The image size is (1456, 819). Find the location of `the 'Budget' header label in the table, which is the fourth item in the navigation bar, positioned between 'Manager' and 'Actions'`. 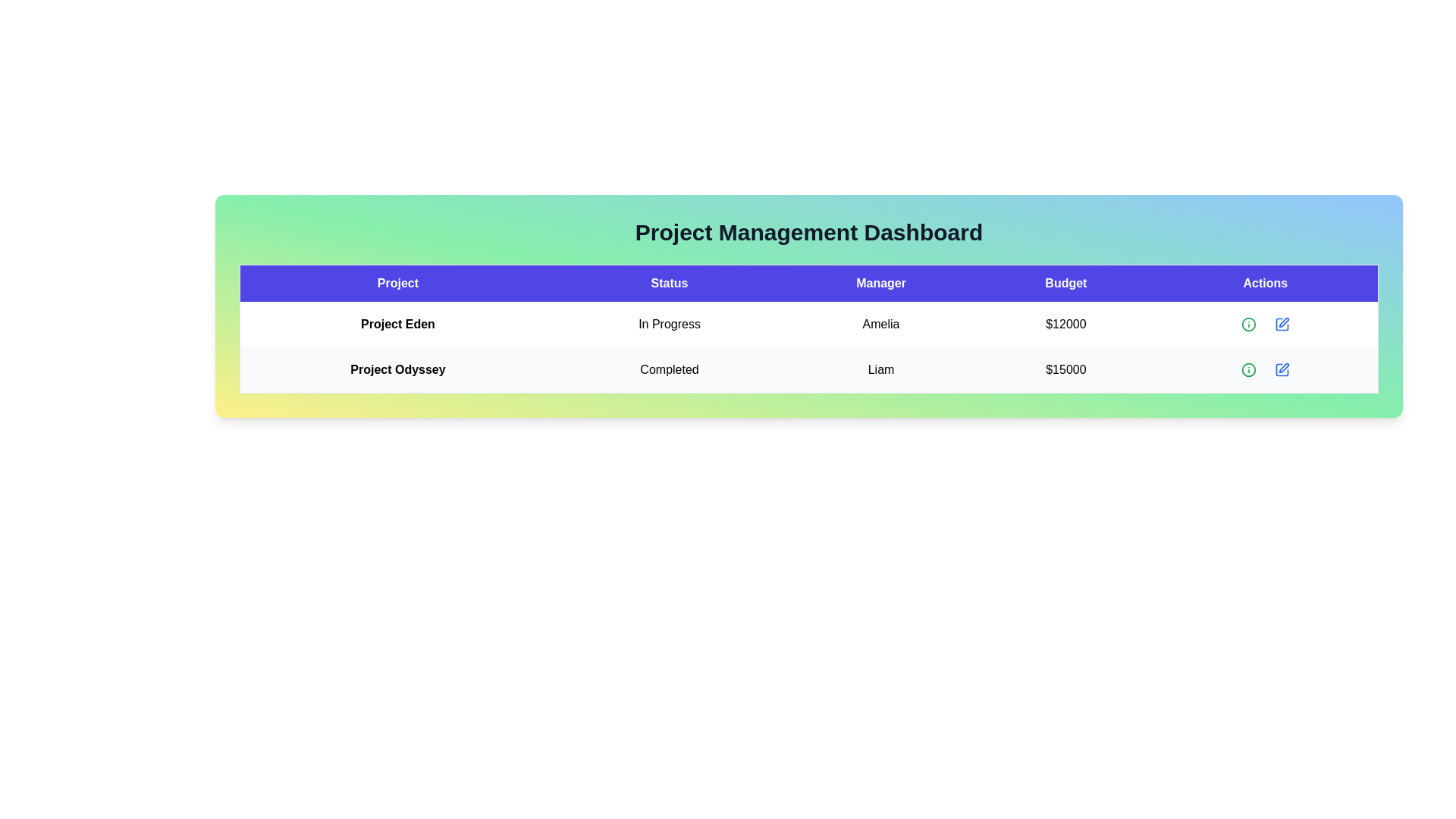

the 'Budget' header label in the table, which is the fourth item in the navigation bar, positioned between 'Manager' and 'Actions' is located at coordinates (1065, 283).